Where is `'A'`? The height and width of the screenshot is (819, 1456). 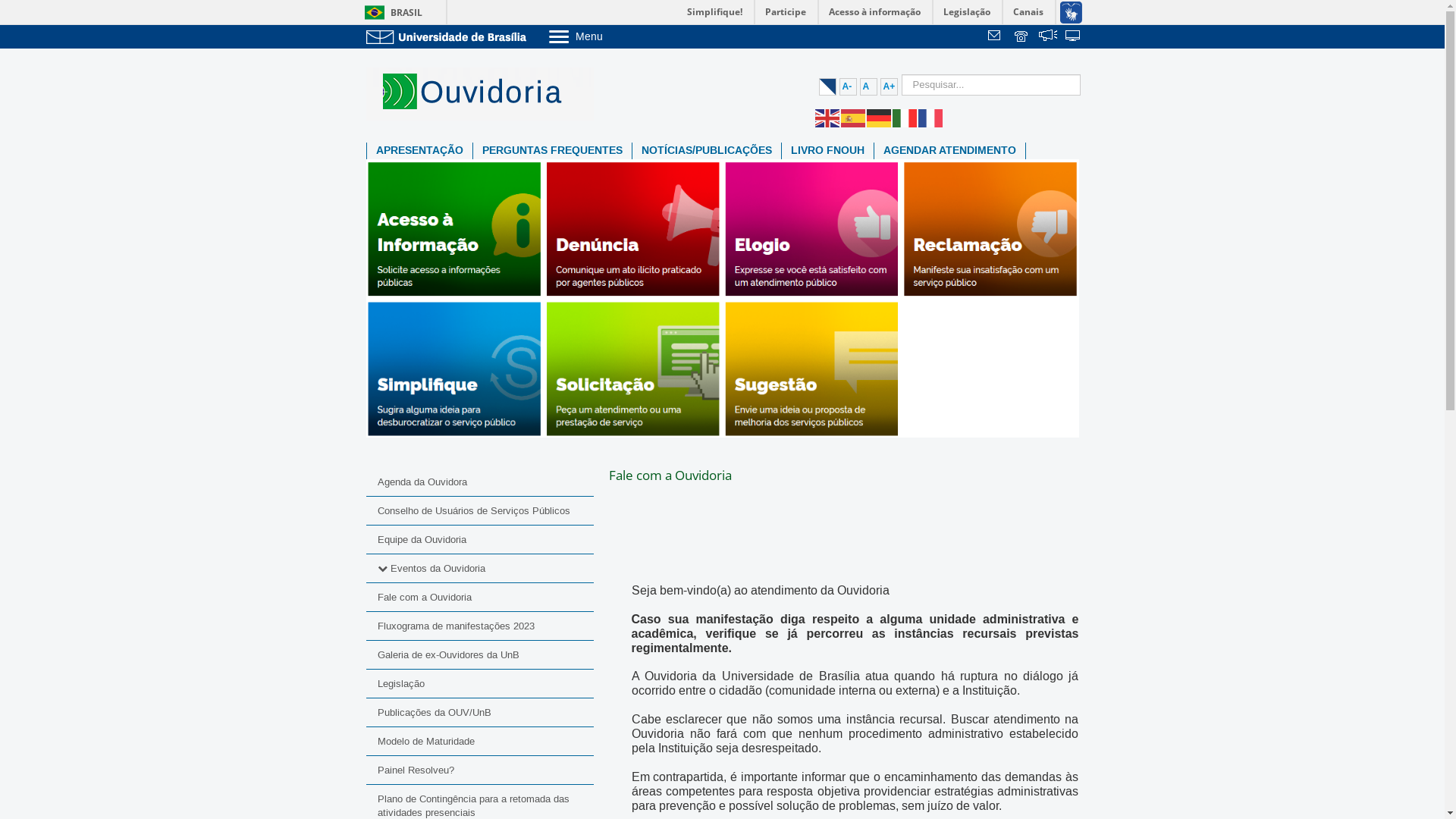
'A' is located at coordinates (859, 86).